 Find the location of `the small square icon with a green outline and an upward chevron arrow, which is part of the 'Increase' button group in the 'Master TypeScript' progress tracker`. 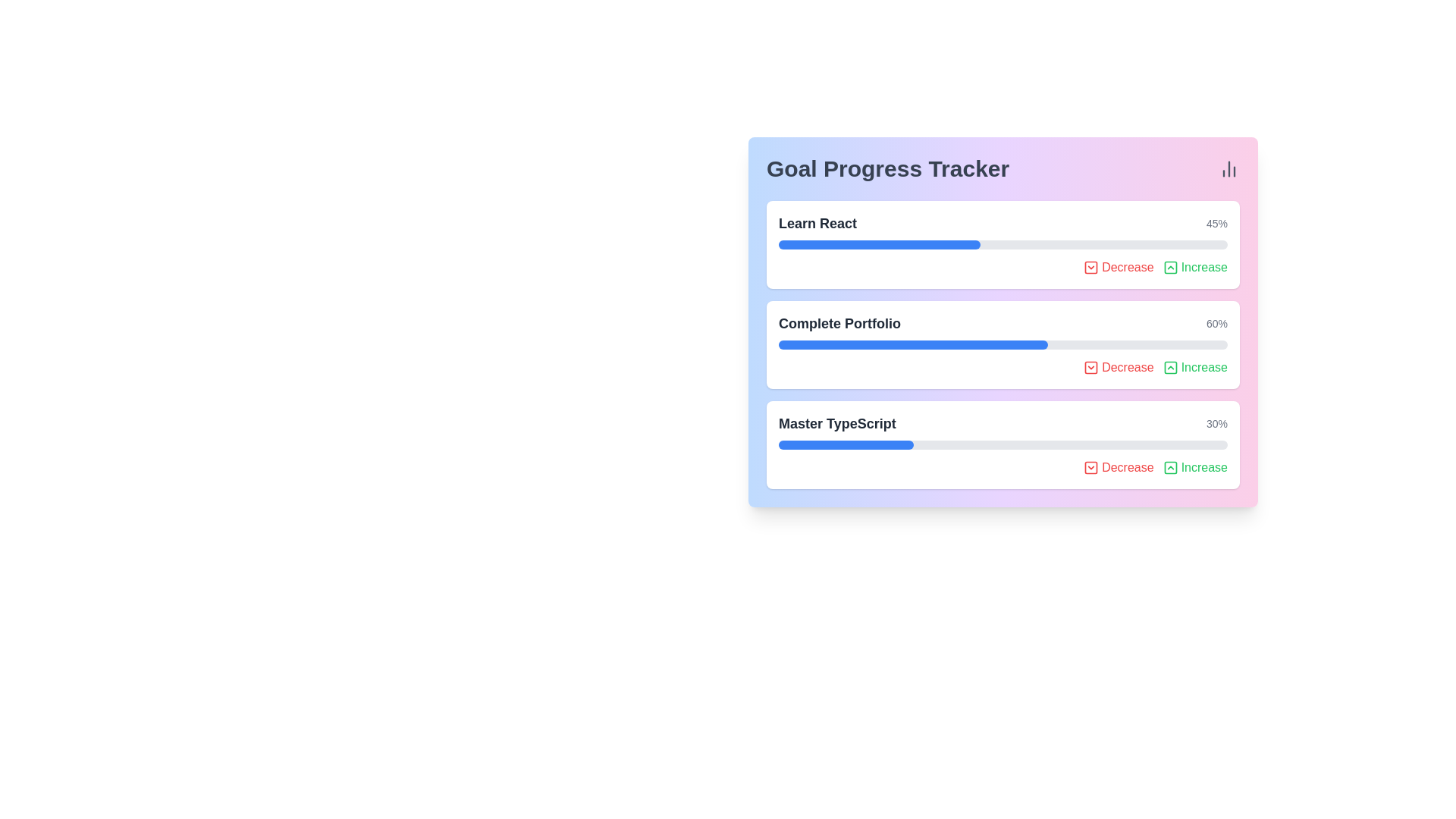

the small square icon with a green outline and an upward chevron arrow, which is part of the 'Increase' button group in the 'Master TypeScript' progress tracker is located at coordinates (1169, 467).